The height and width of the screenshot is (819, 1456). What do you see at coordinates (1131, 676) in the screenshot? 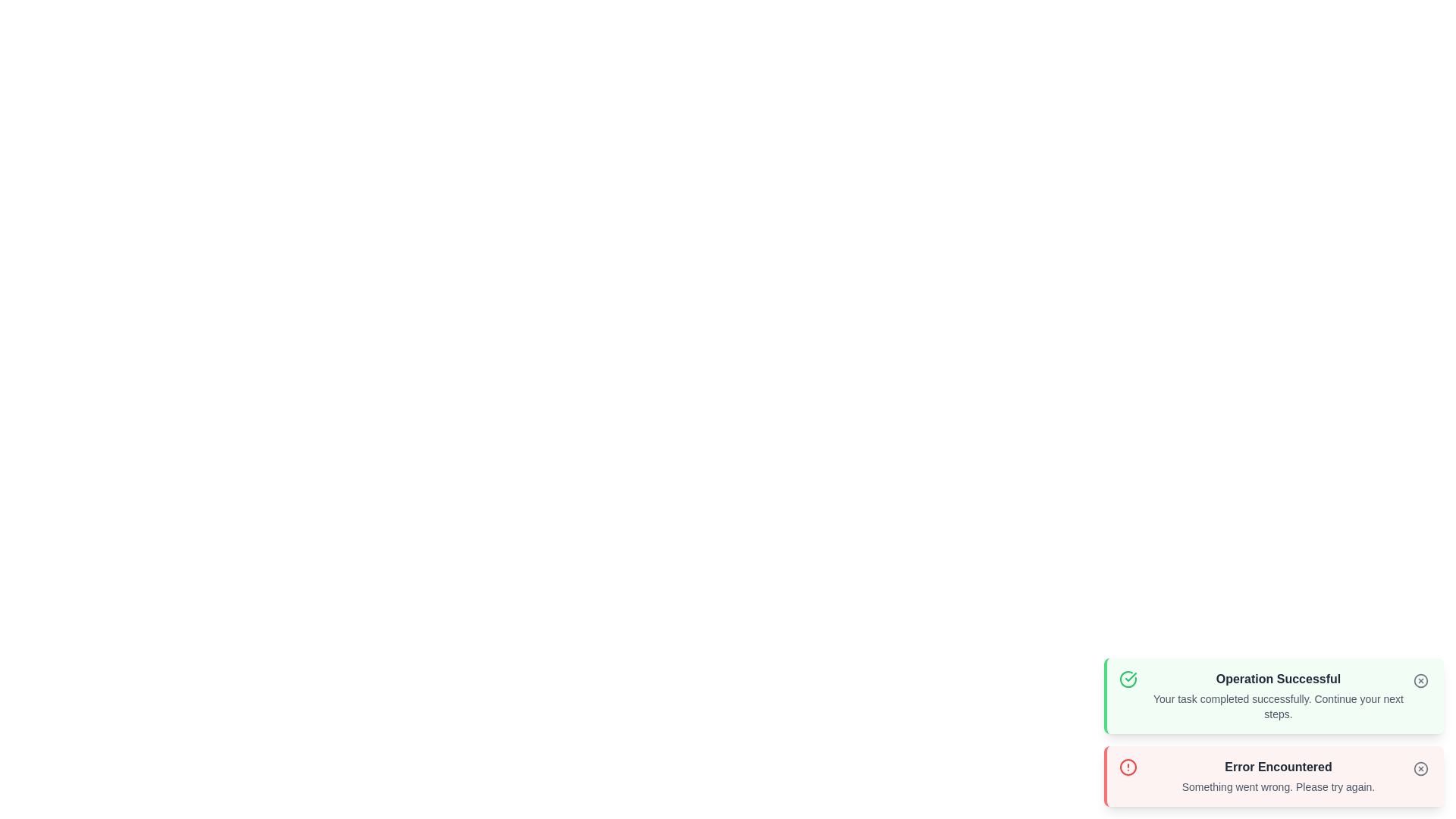
I see `the green checkmark icon located within a circular border, which signifies positive confirmation, situated to the left of the 'Operation Successful' message box` at bounding box center [1131, 676].